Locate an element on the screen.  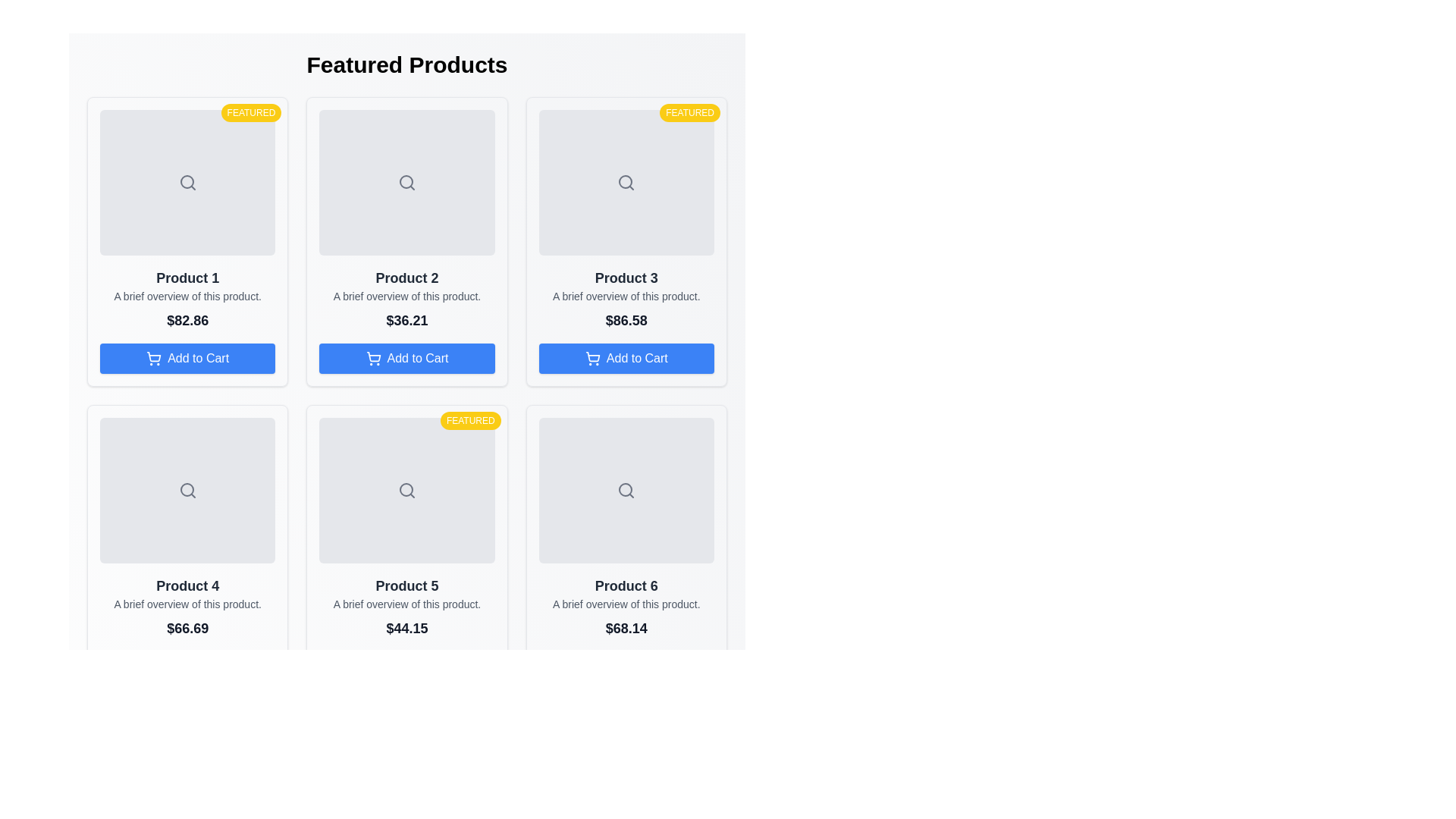
price displayed in bold characters ('$66.69') within the product card for 'Product 4', located in the second row, first column of the grid layout is located at coordinates (187, 629).